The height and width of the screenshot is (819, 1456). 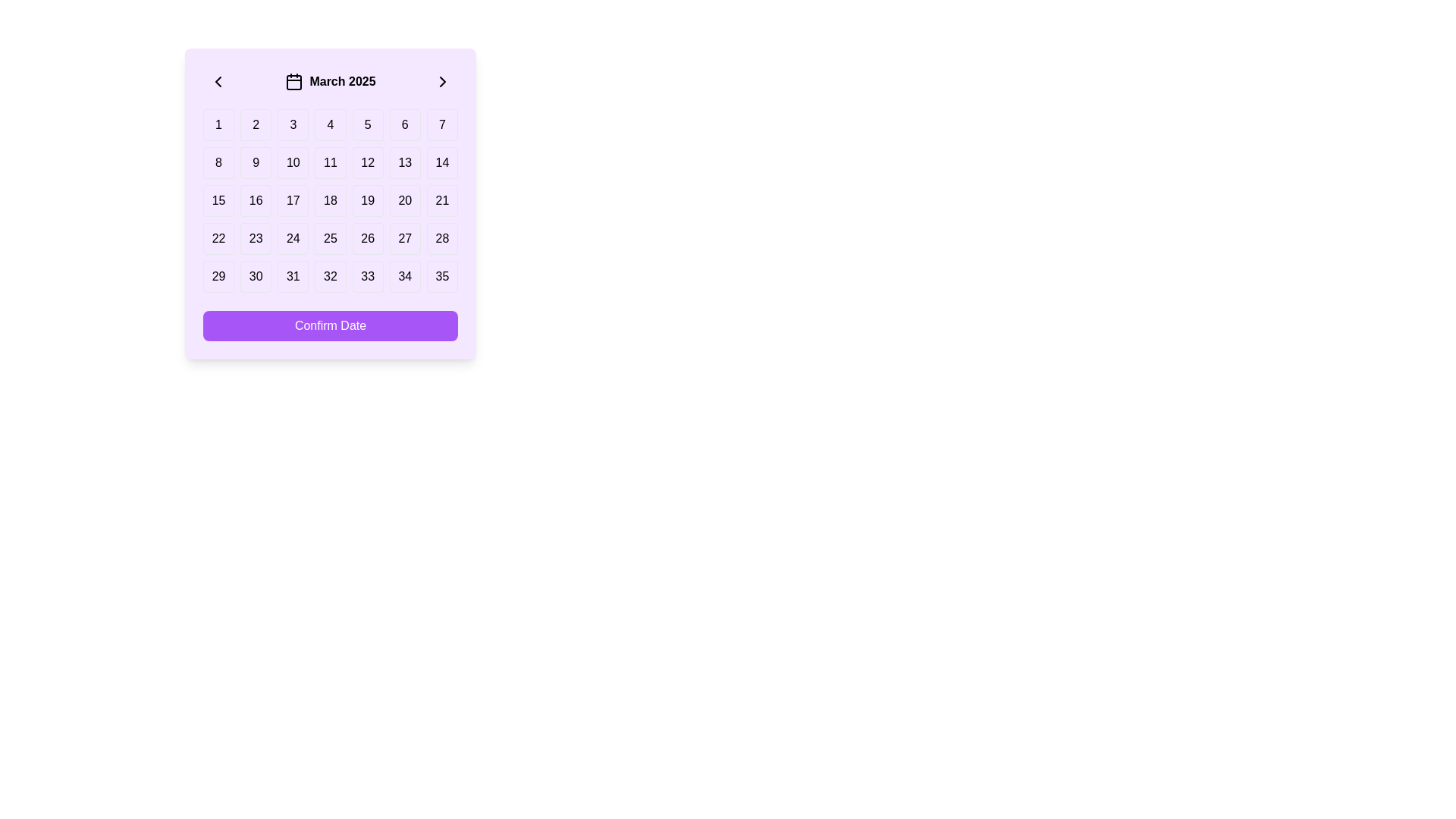 What do you see at coordinates (405, 124) in the screenshot?
I see `the button displaying the number '6' located in the first row and sixth column of the grid` at bounding box center [405, 124].